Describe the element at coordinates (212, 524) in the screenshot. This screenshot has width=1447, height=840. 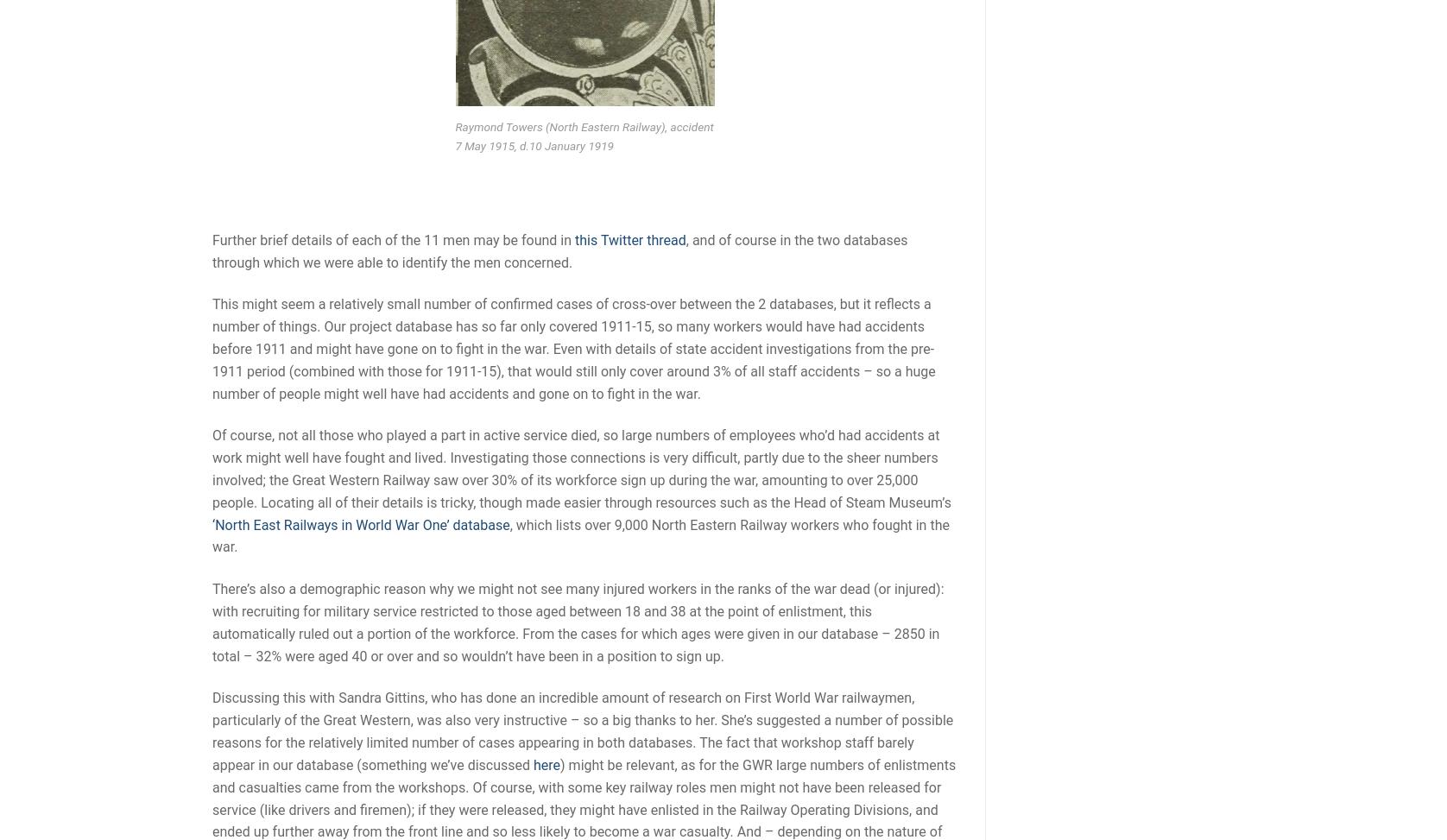
I see `'‘North East Railways in World War One’ database'` at that location.